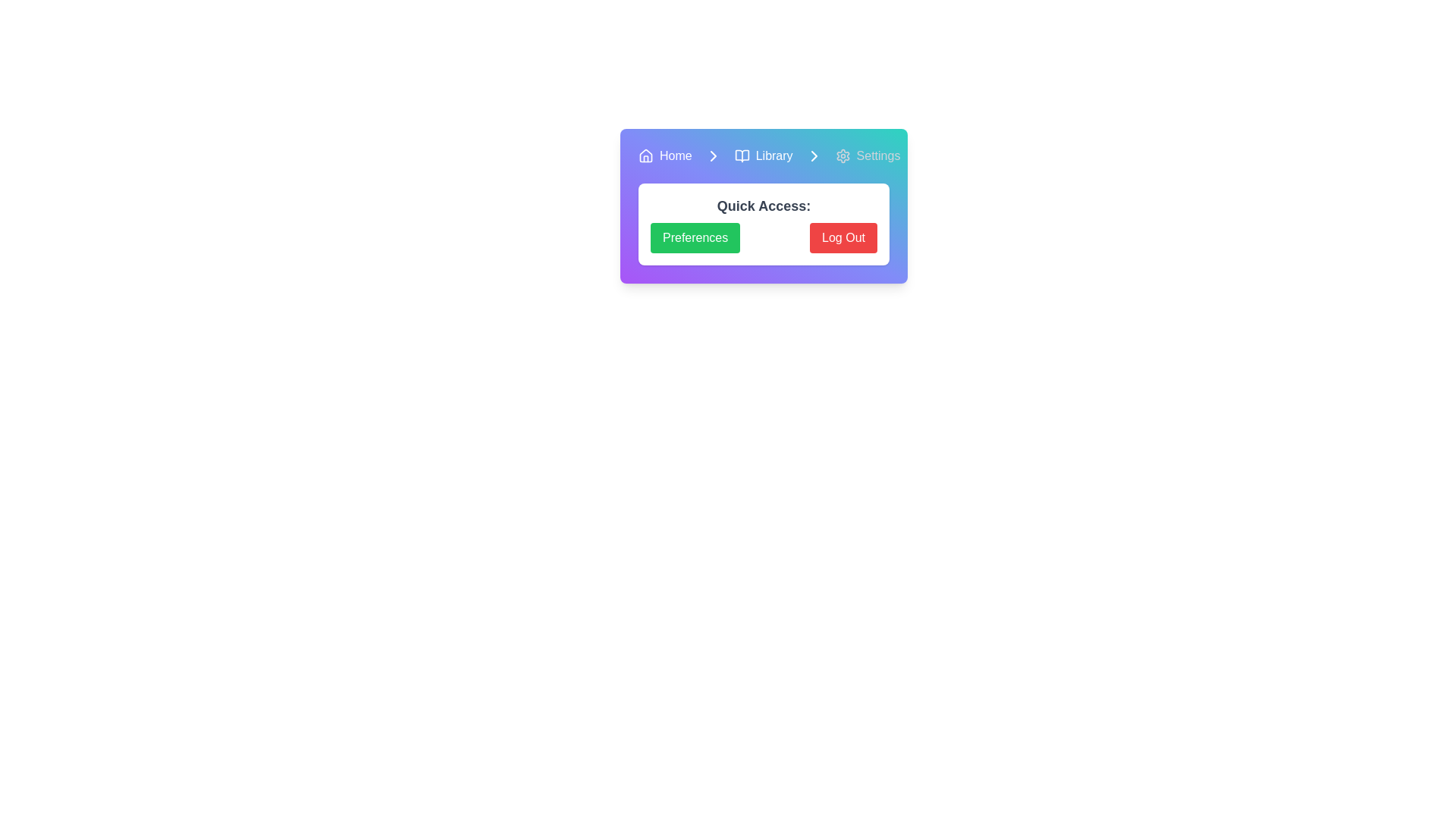 This screenshot has height=819, width=1456. Describe the element at coordinates (774, 155) in the screenshot. I see `the breadcrumb link text label located between the 'Home' link and the 'Settings' link in the navigation bar for additional information` at that location.